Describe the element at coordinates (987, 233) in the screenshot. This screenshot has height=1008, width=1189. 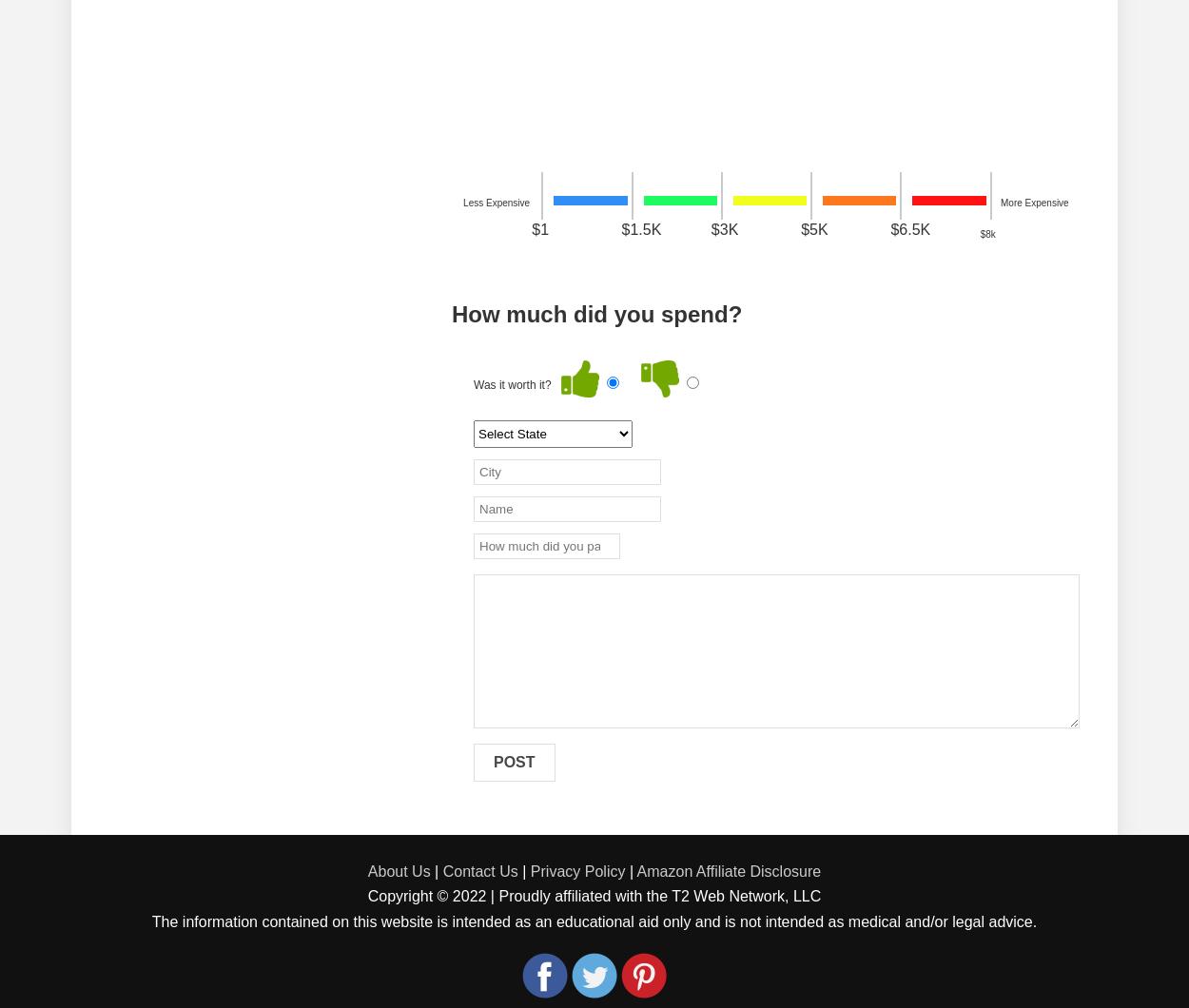
I see `'$8k'` at that location.